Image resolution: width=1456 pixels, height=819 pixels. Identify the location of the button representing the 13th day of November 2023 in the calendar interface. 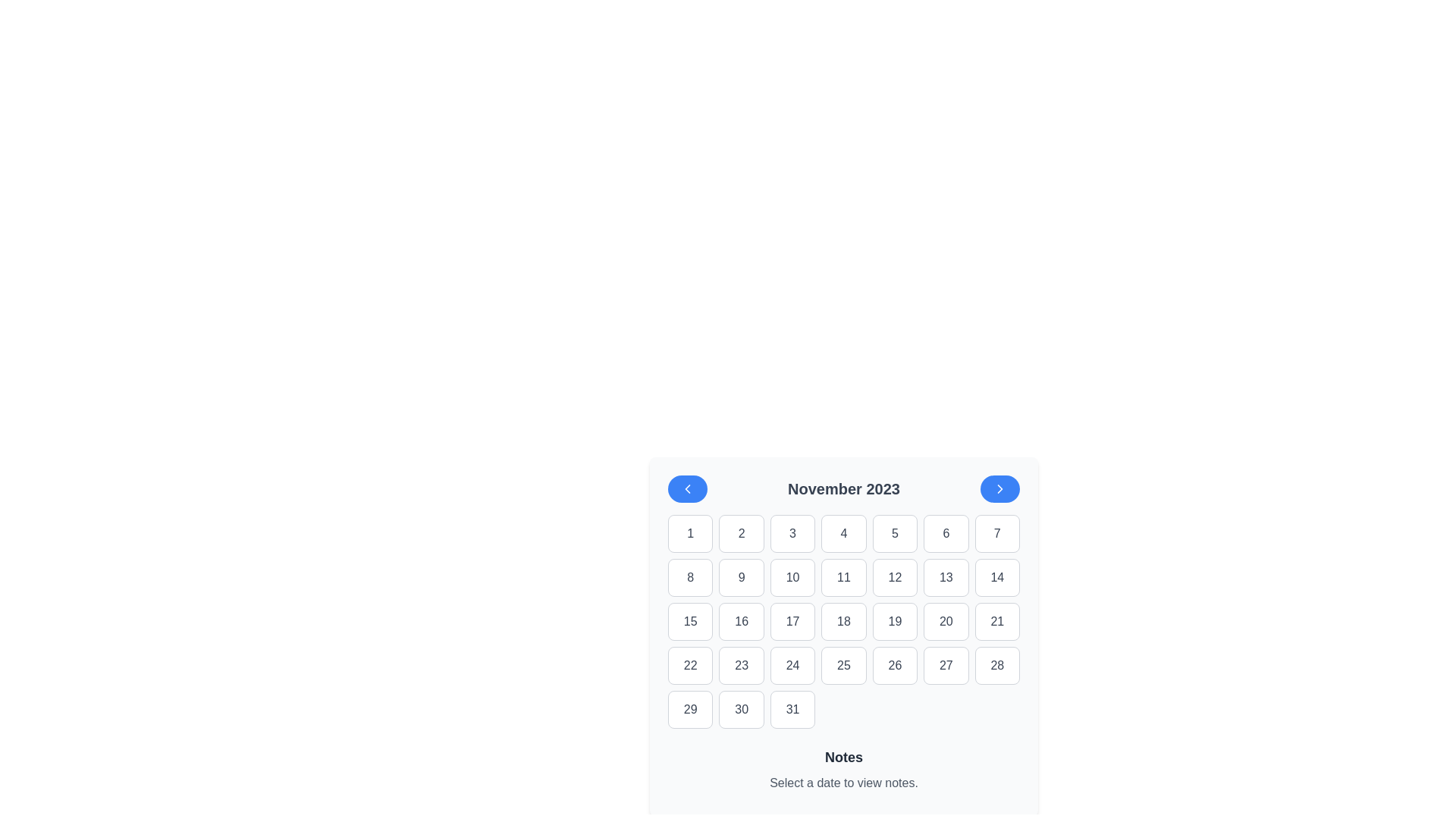
(945, 578).